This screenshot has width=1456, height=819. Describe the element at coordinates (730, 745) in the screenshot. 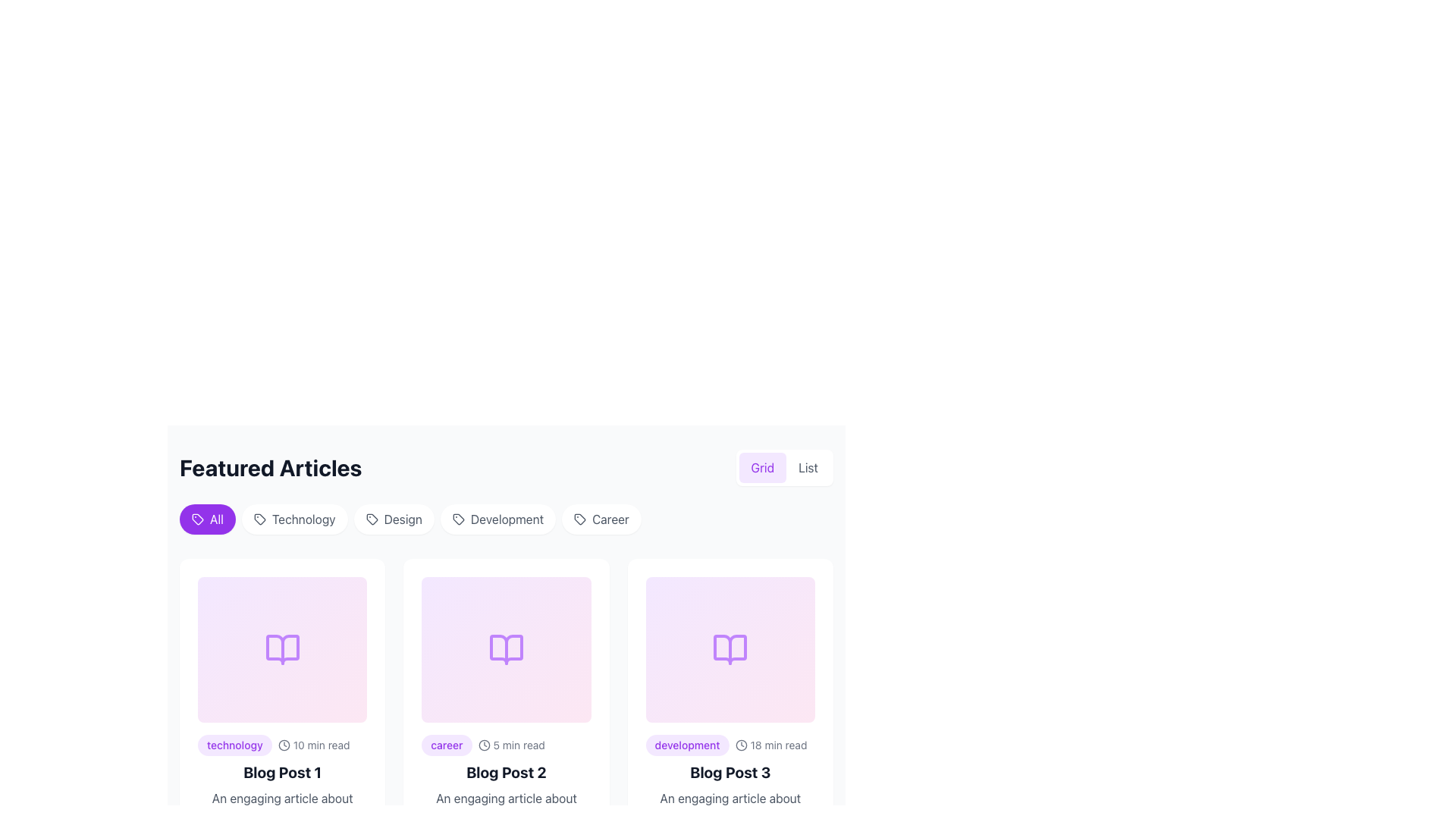

I see `displayed metadata information about the blog post category ('development') and estimated reading time ('18 min read') located in the Text and icon group component below the image of 'Blog Post 3'` at that location.